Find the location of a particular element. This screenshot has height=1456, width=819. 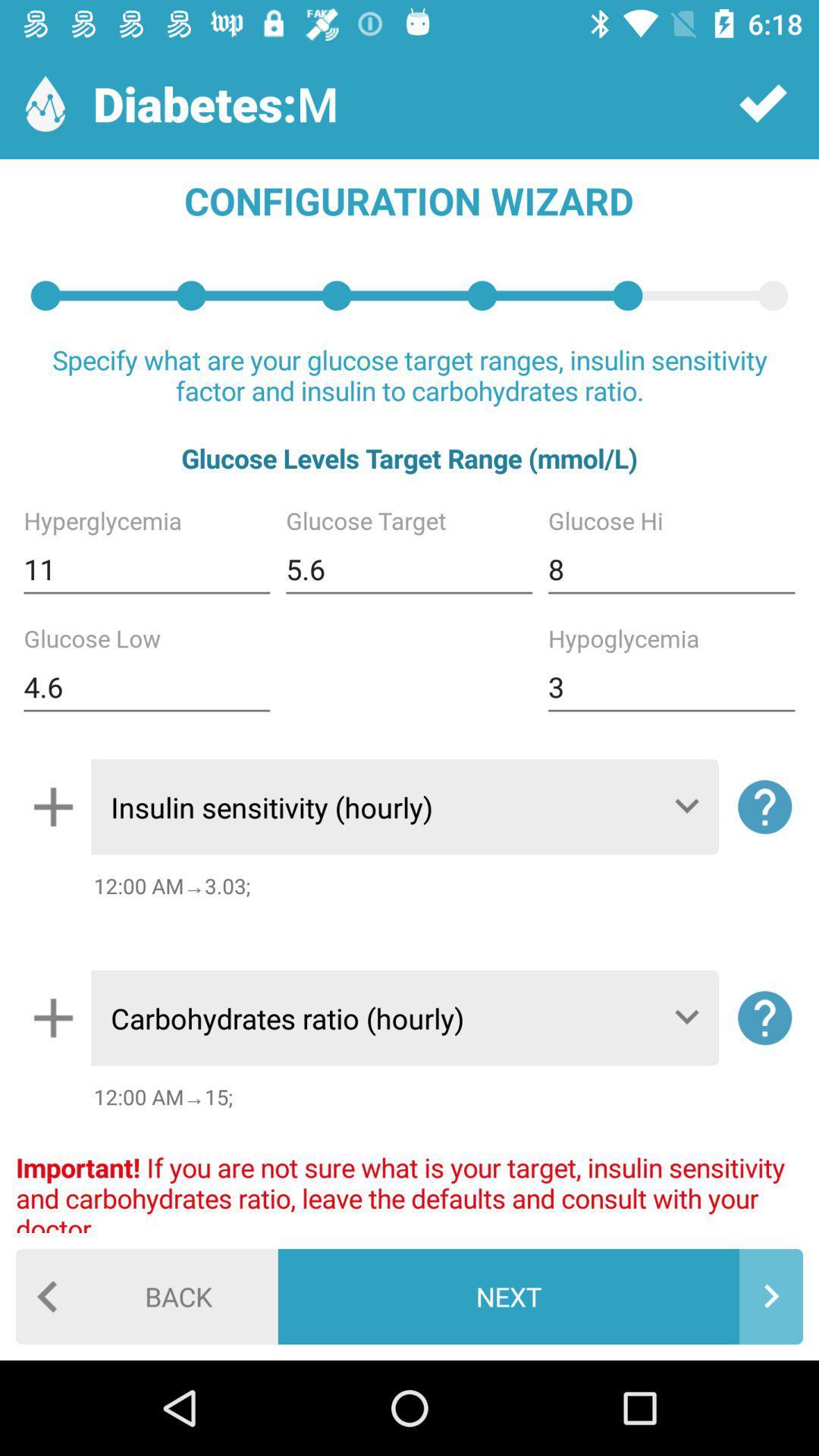

the help icon is located at coordinates (764, 1018).